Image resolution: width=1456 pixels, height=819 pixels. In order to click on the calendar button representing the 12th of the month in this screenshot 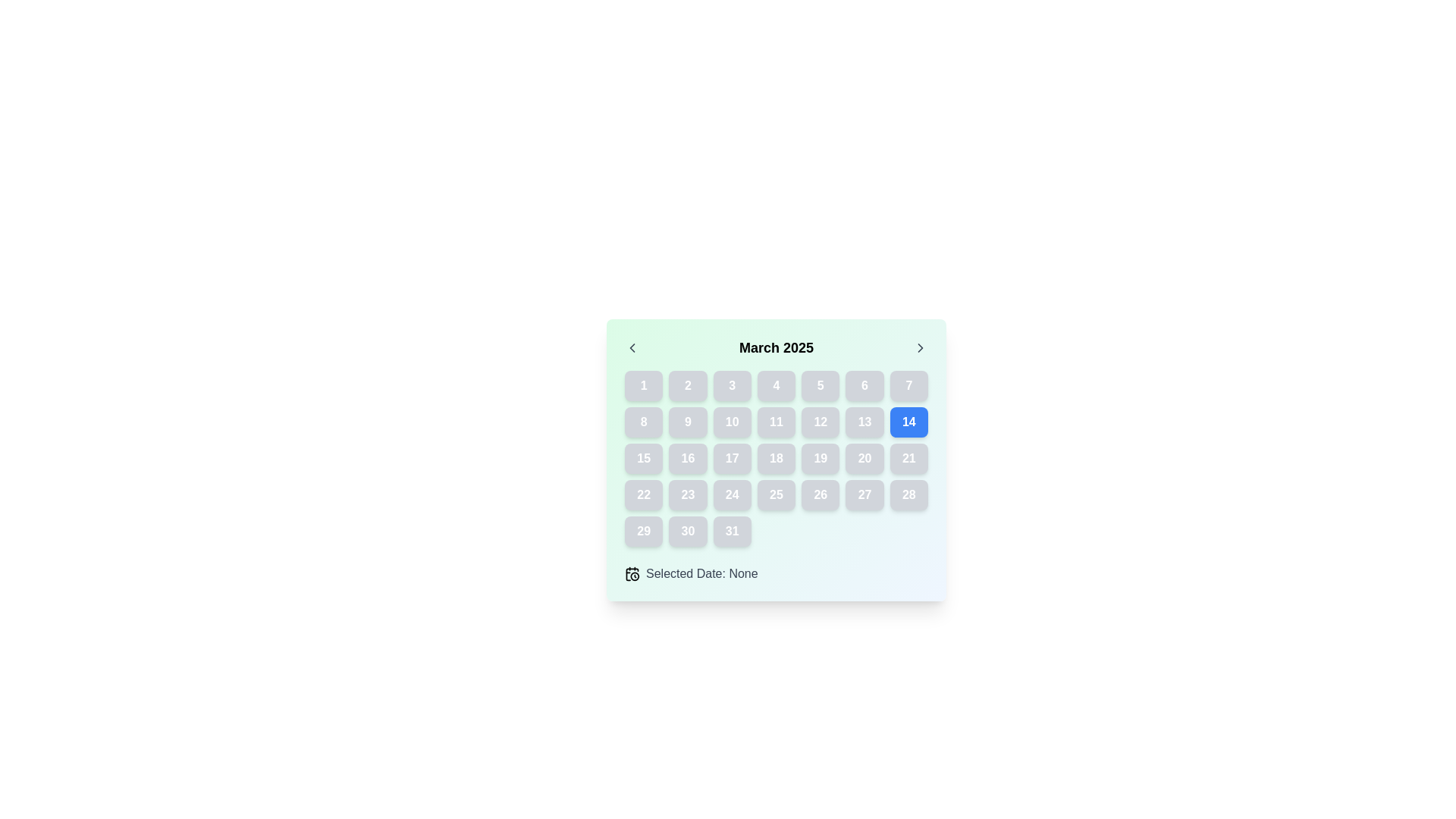, I will do `click(820, 422)`.